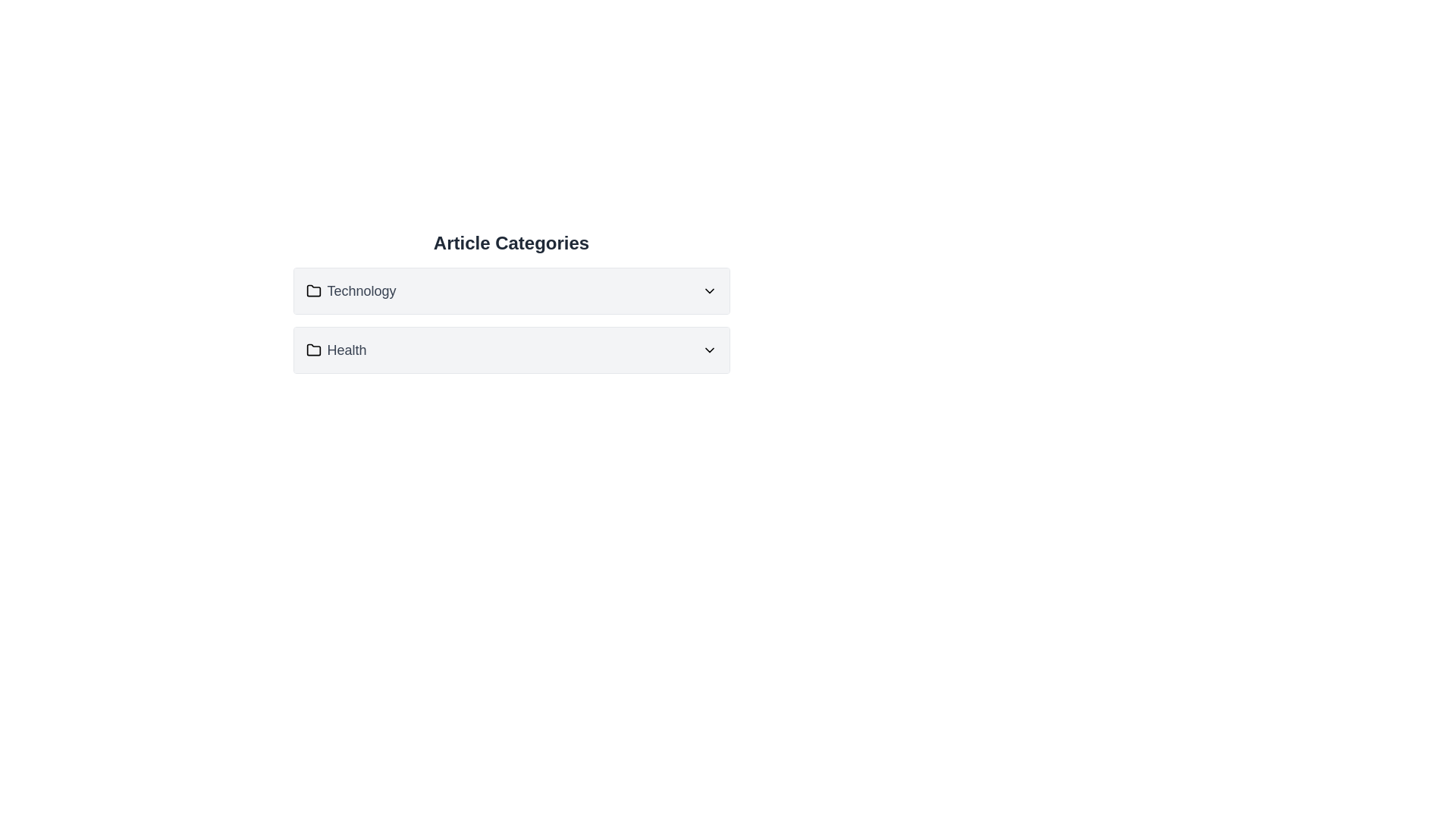  What do you see at coordinates (708, 291) in the screenshot?
I see `the dropdown arrow or expansion toggle icon located at the rightmost part of the 'Technology' header to get focus feedback` at bounding box center [708, 291].